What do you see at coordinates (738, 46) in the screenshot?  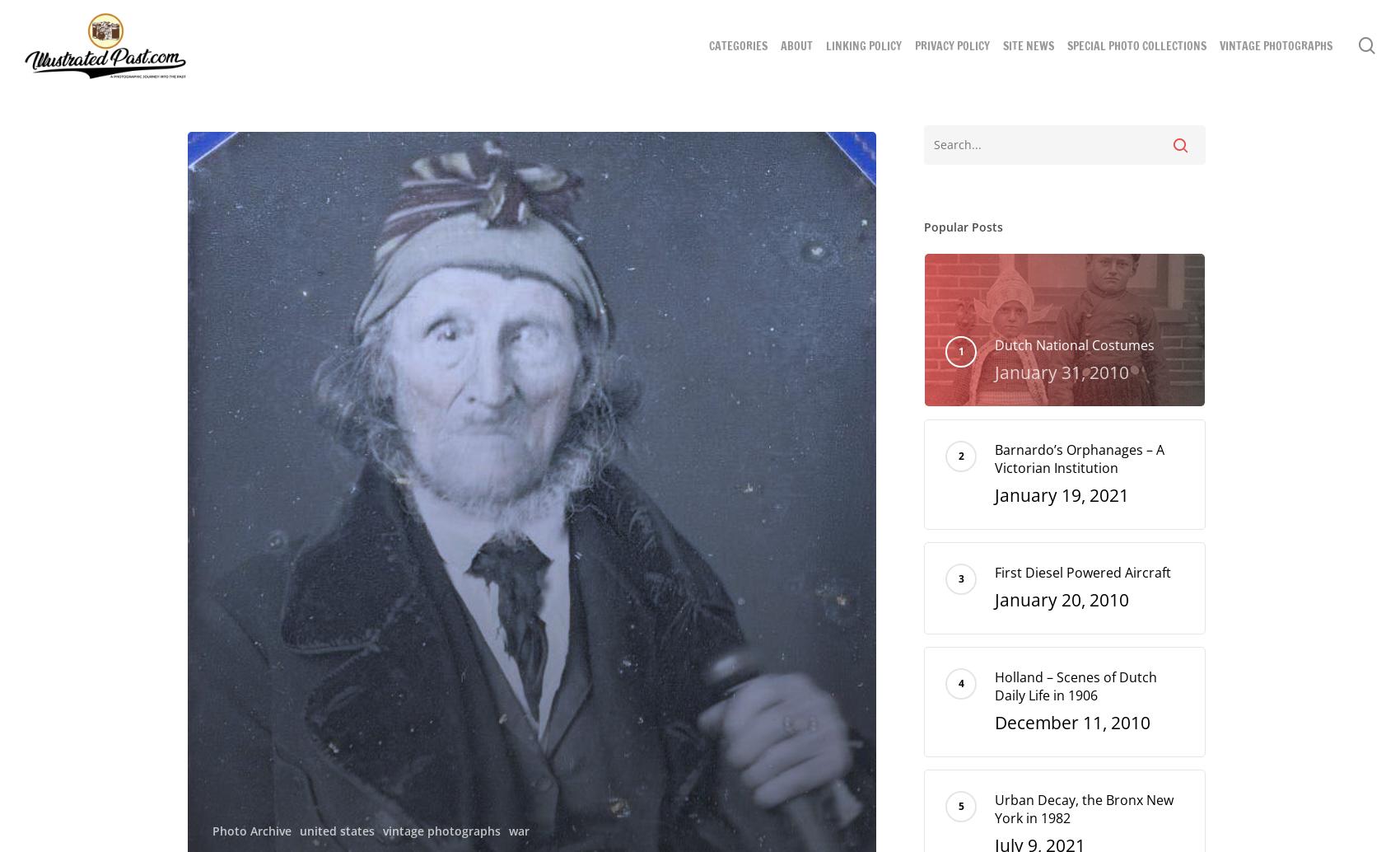 I see `'Categories'` at bounding box center [738, 46].